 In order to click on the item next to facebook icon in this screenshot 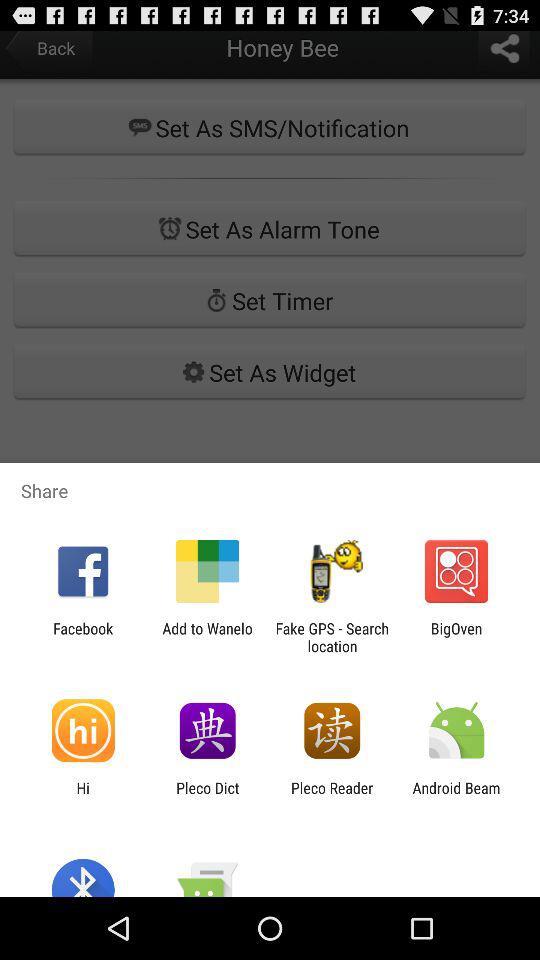, I will do `click(206, 636)`.